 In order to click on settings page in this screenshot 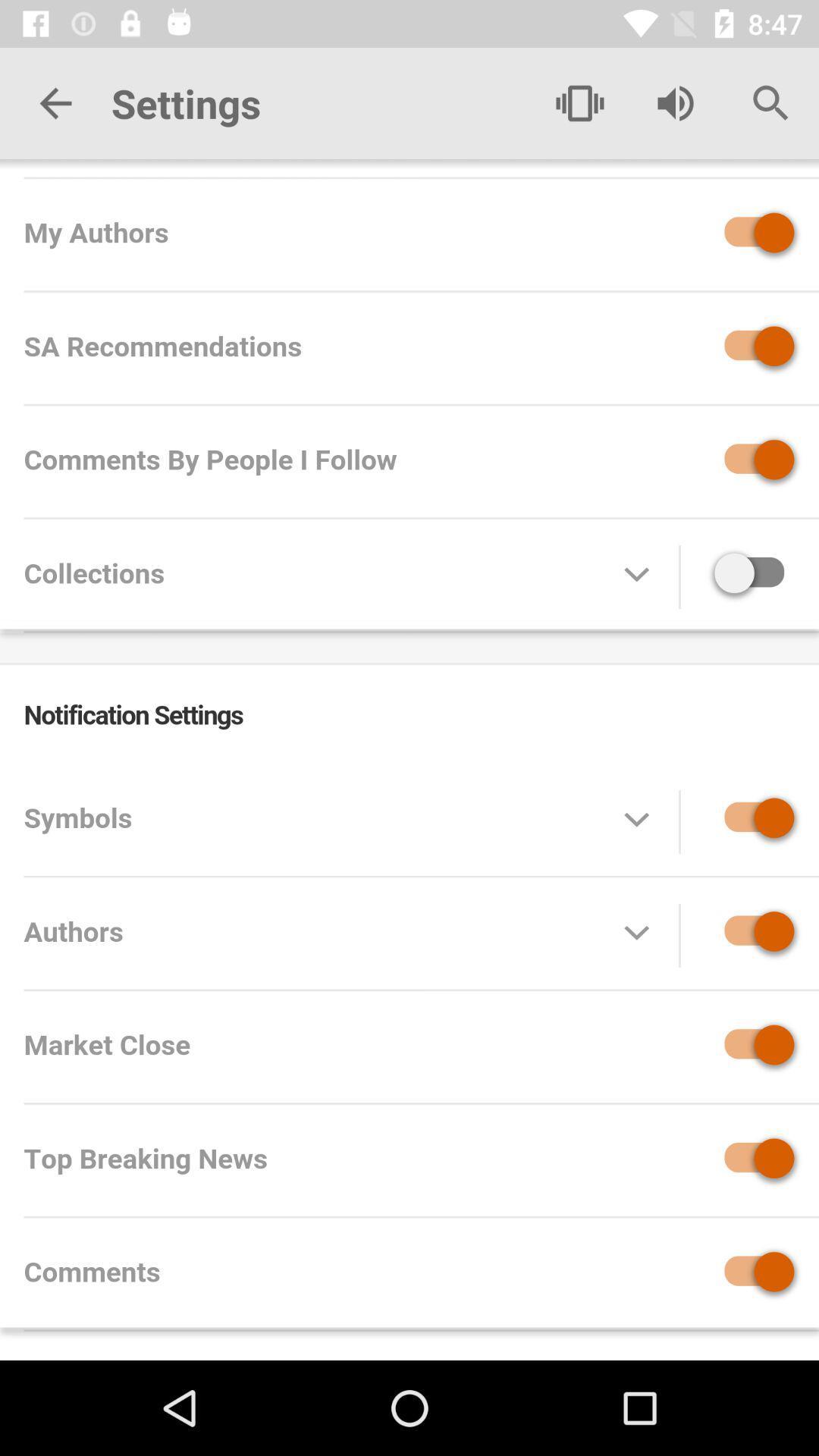, I will do `click(409, 760)`.